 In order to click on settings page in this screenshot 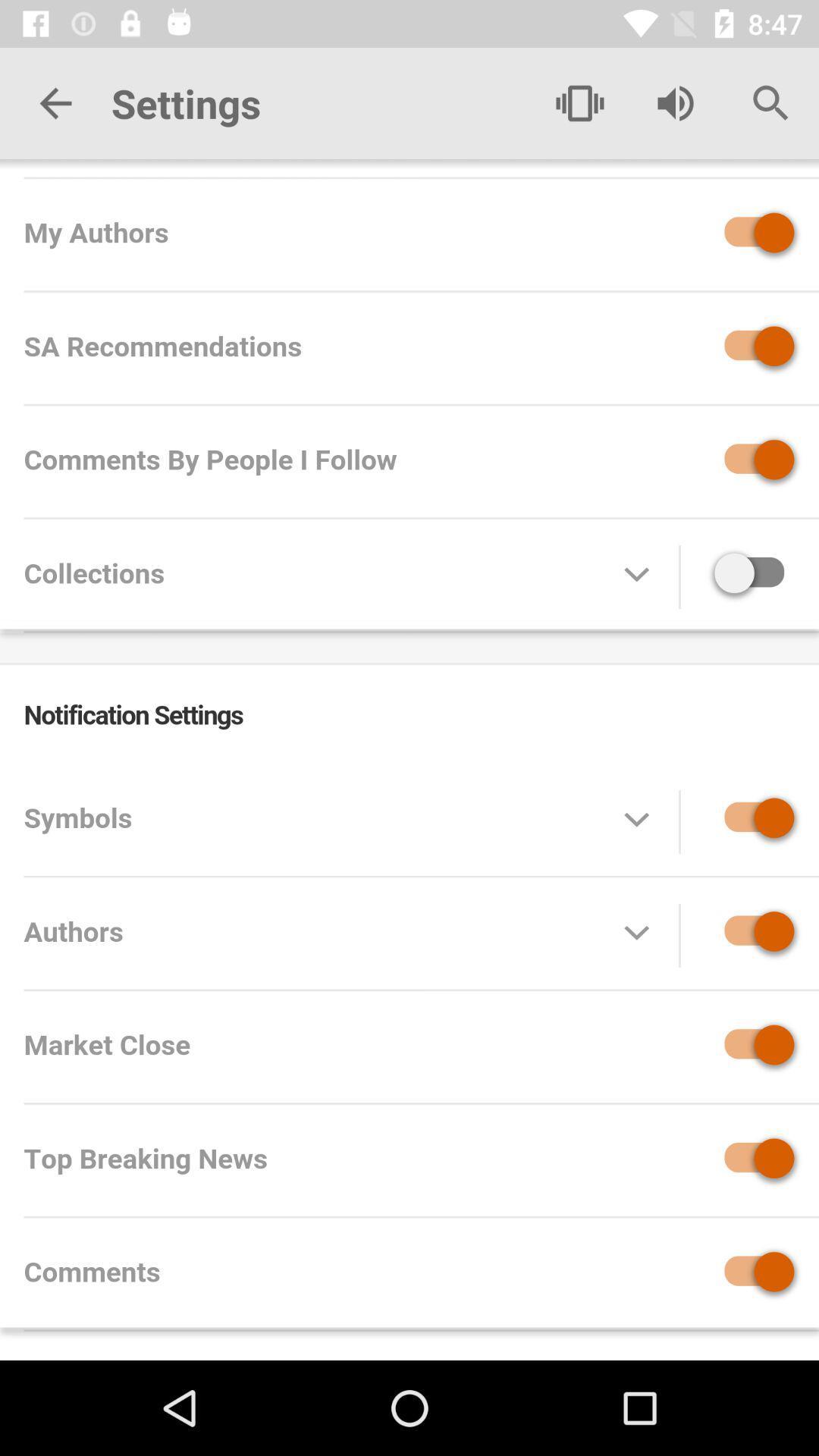, I will do `click(409, 760)`.